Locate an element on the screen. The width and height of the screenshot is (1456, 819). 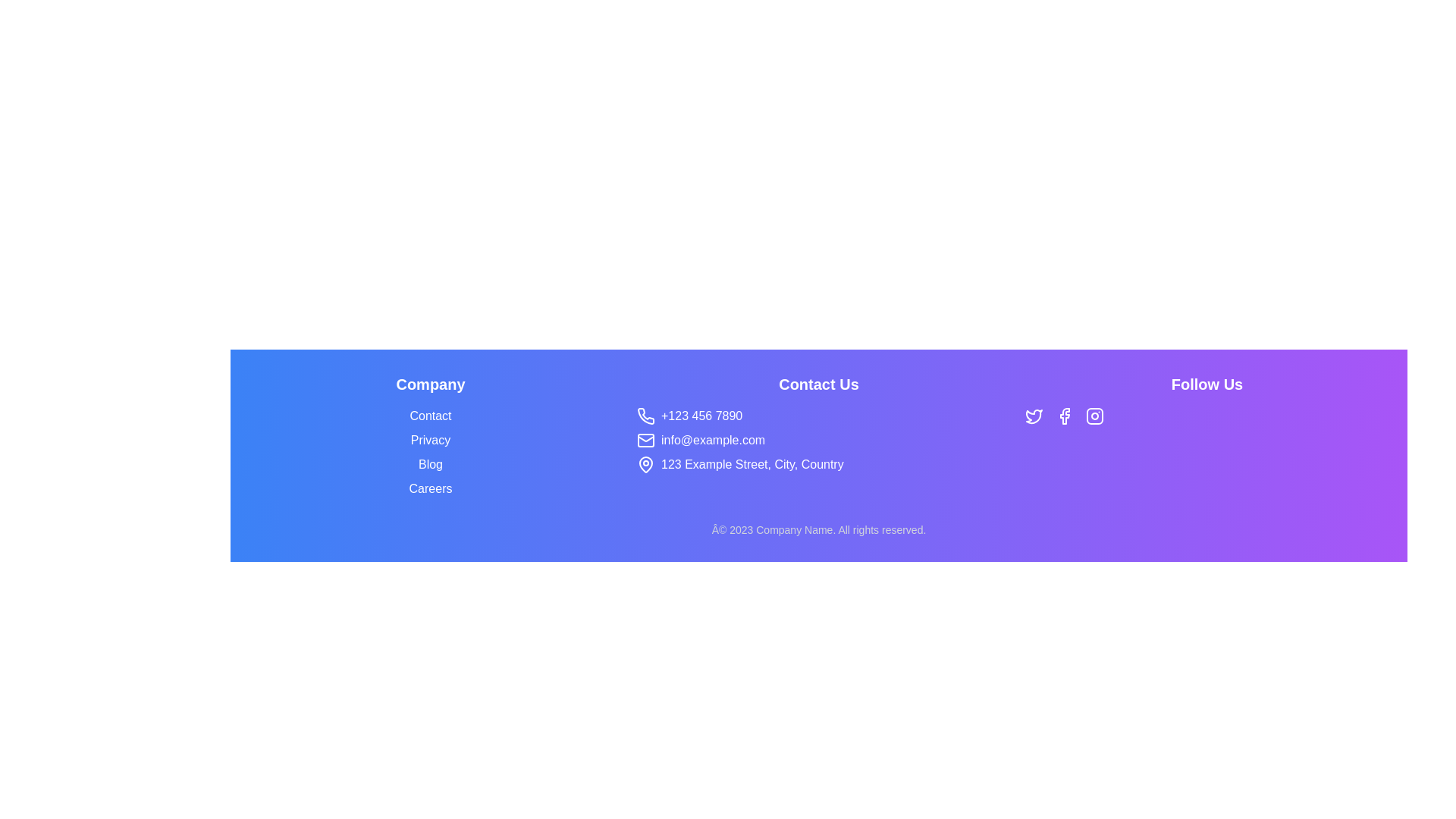
the 'Blog' link in the 'Company' list located in the footer to trigger underlining is located at coordinates (429, 463).